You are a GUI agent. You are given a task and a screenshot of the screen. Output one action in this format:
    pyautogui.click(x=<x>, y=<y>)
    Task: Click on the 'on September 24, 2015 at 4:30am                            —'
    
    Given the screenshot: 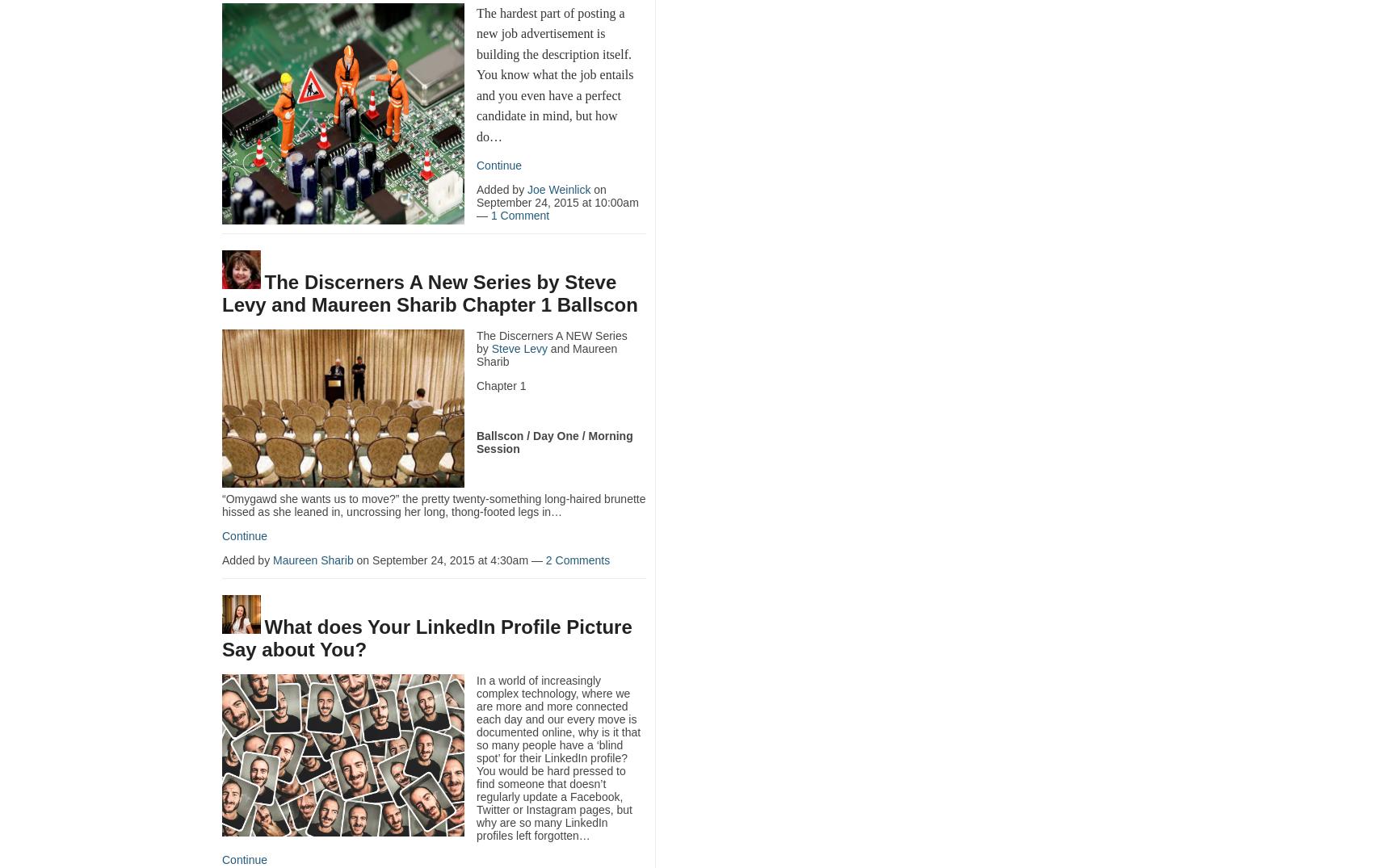 What is the action you would take?
    pyautogui.click(x=448, y=560)
    